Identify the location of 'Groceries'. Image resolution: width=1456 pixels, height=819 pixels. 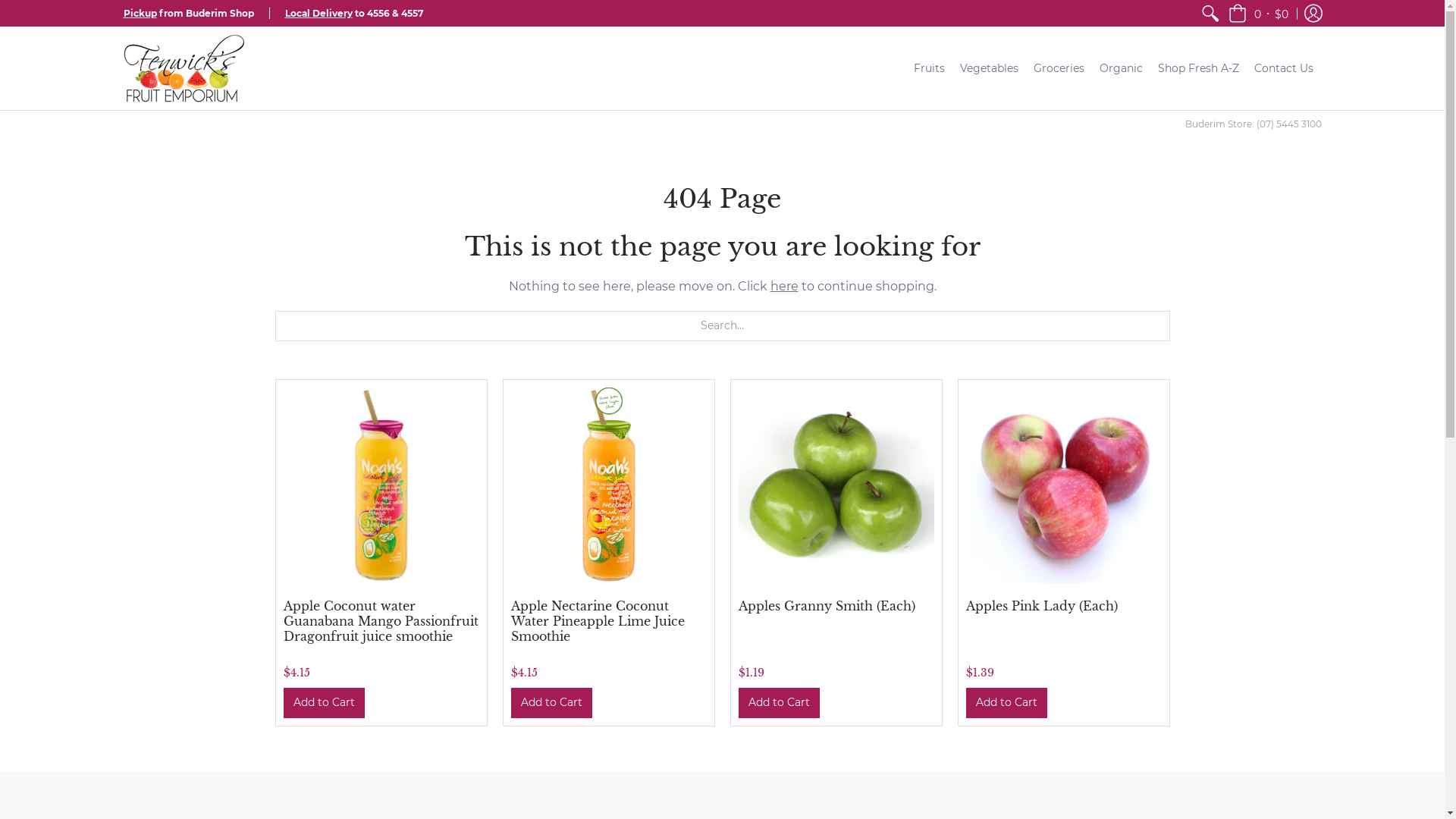
(1058, 67).